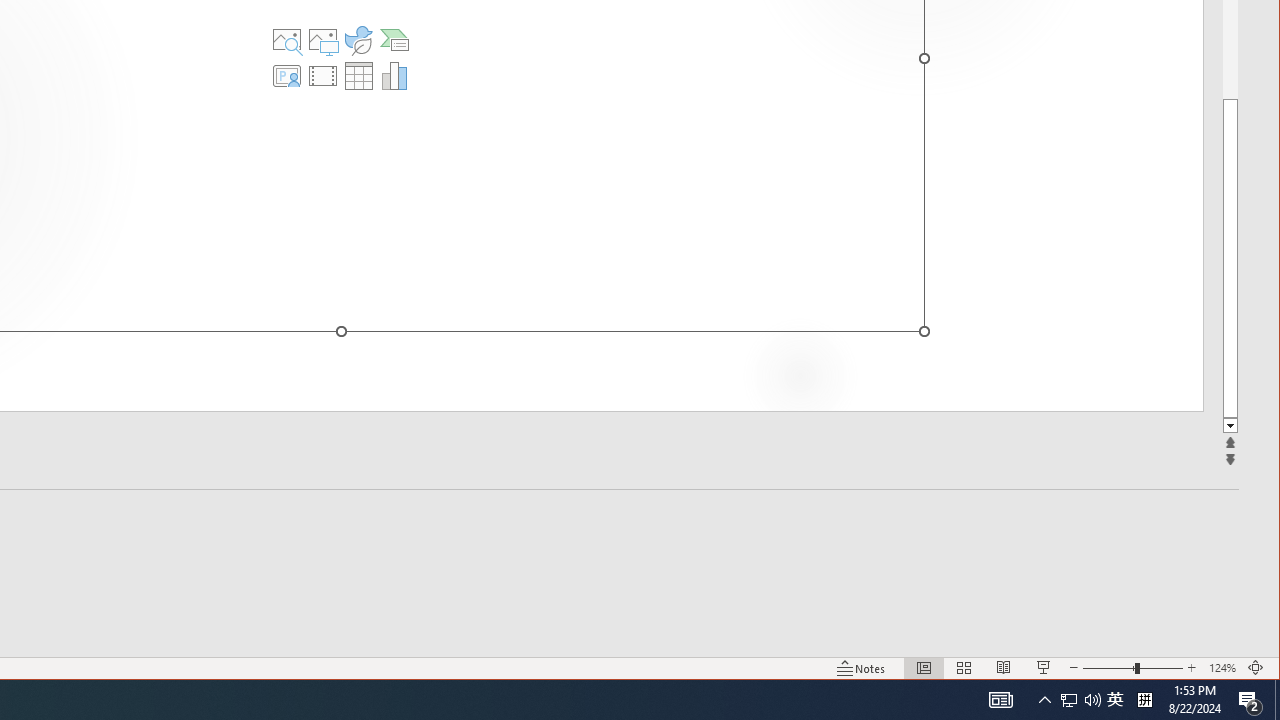  I want to click on 'Insert a SmartArt Graphic', so click(394, 39).